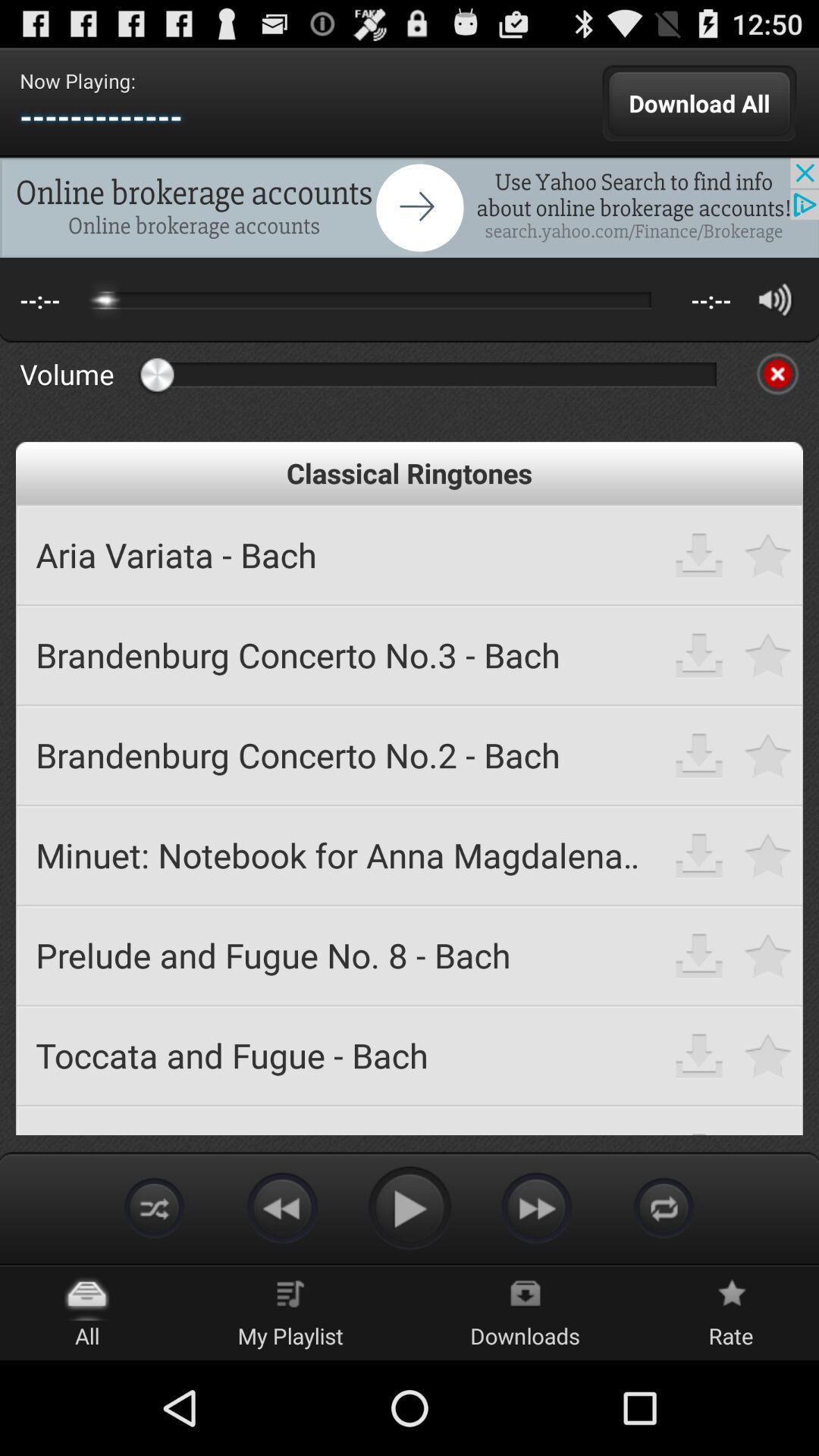 The width and height of the screenshot is (819, 1456). Describe the element at coordinates (663, 1207) in the screenshot. I see `repeat` at that location.